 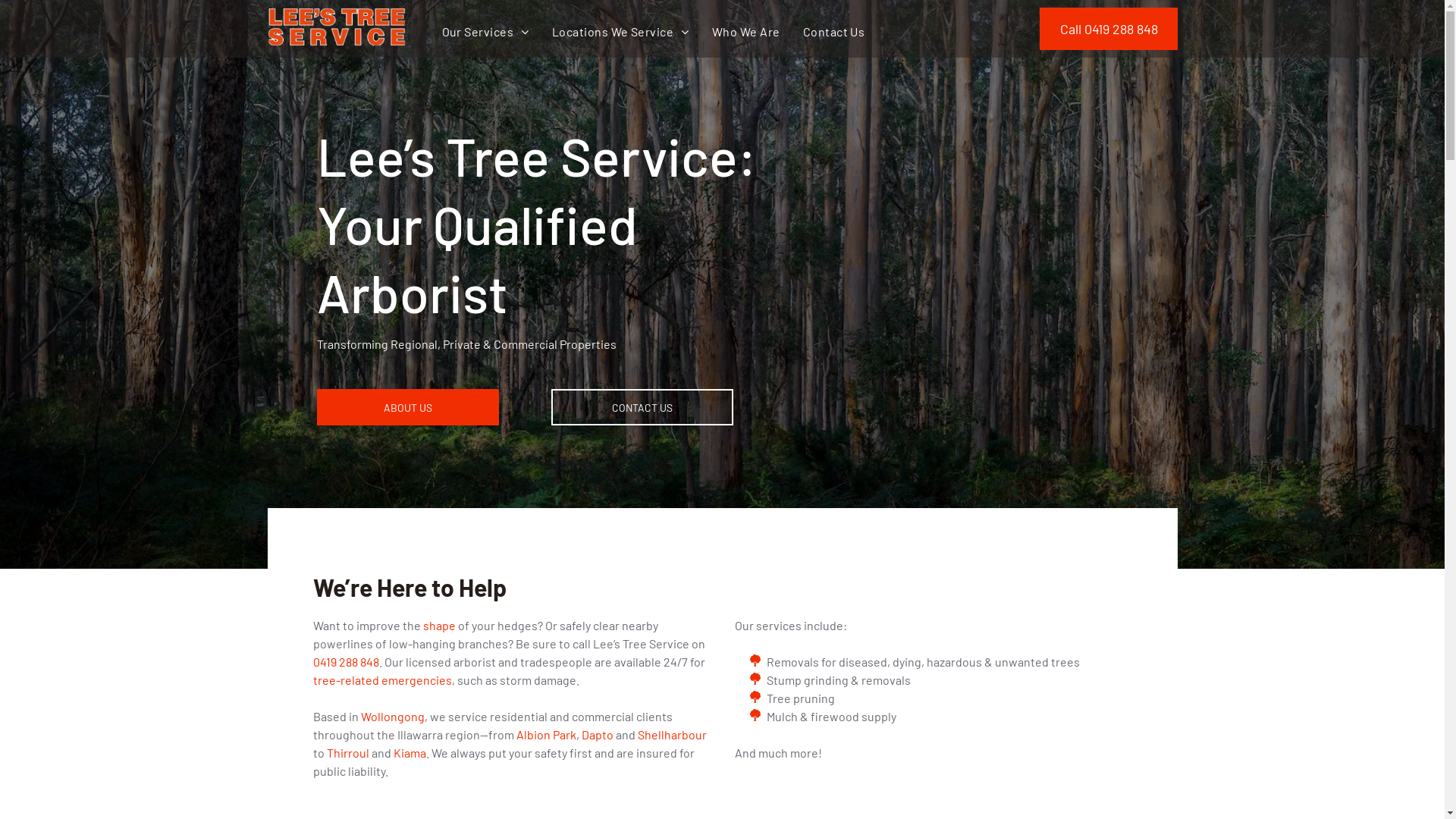 What do you see at coordinates (346, 752) in the screenshot?
I see `'Thirroul'` at bounding box center [346, 752].